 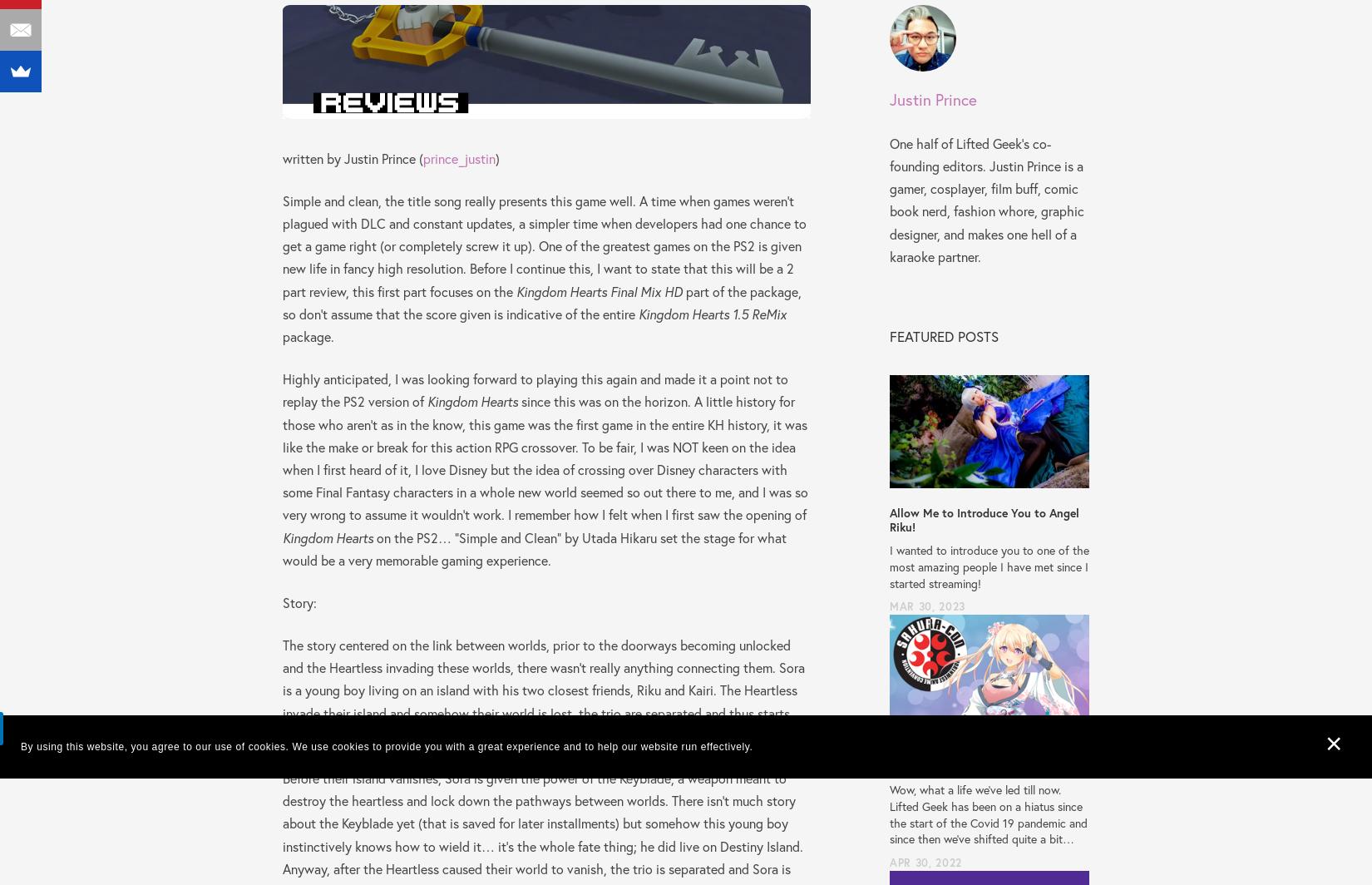 What do you see at coordinates (988, 758) in the screenshot?
I see `'Love (for Anime) in the time of Covid: Sakura Con 2022'` at bounding box center [988, 758].